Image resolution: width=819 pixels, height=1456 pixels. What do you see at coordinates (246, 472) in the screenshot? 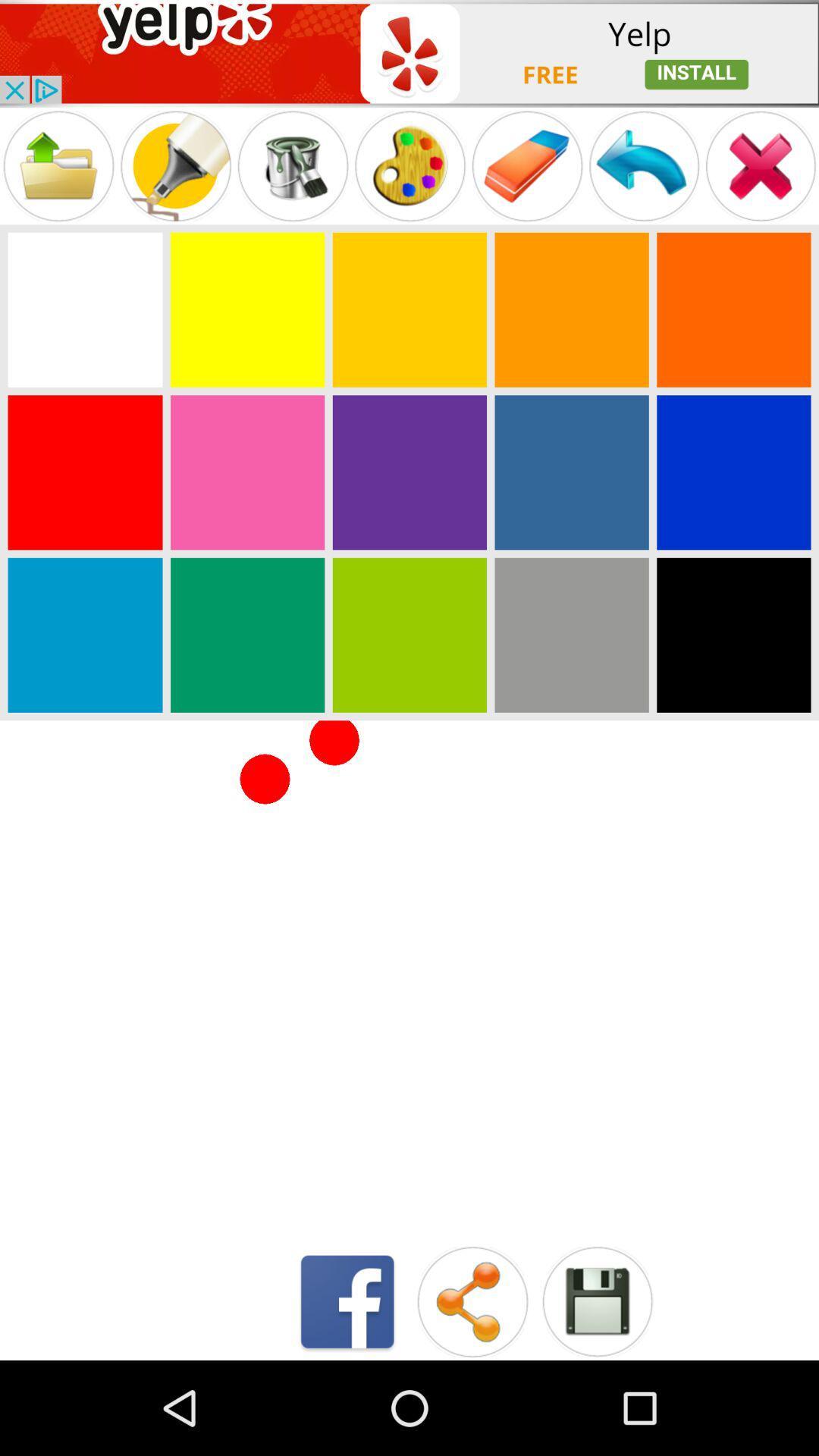
I see `use this colour` at bounding box center [246, 472].